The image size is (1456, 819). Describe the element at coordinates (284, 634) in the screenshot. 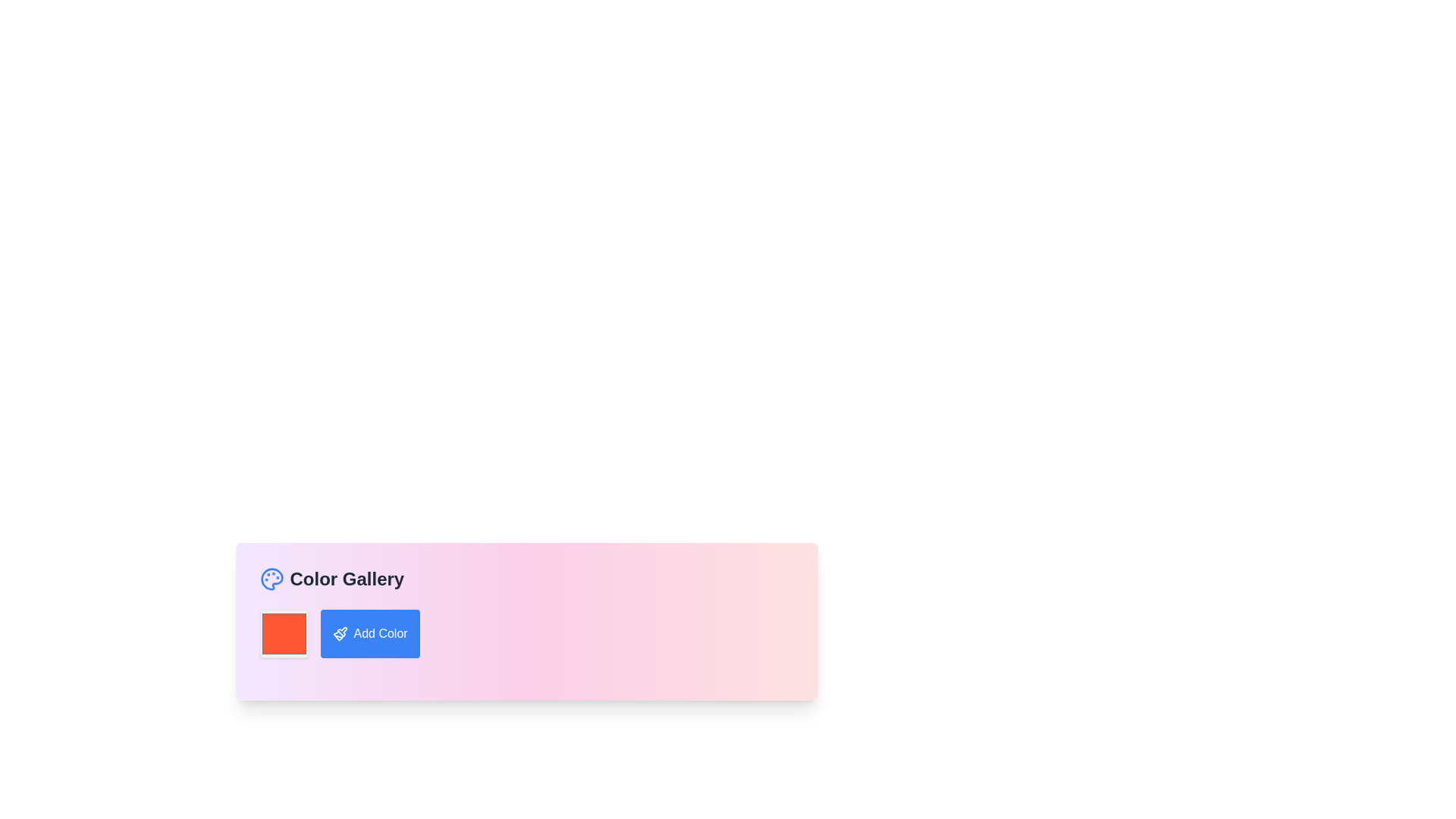

I see `the bright orange color box, which functions as a color selector or indicator` at that location.